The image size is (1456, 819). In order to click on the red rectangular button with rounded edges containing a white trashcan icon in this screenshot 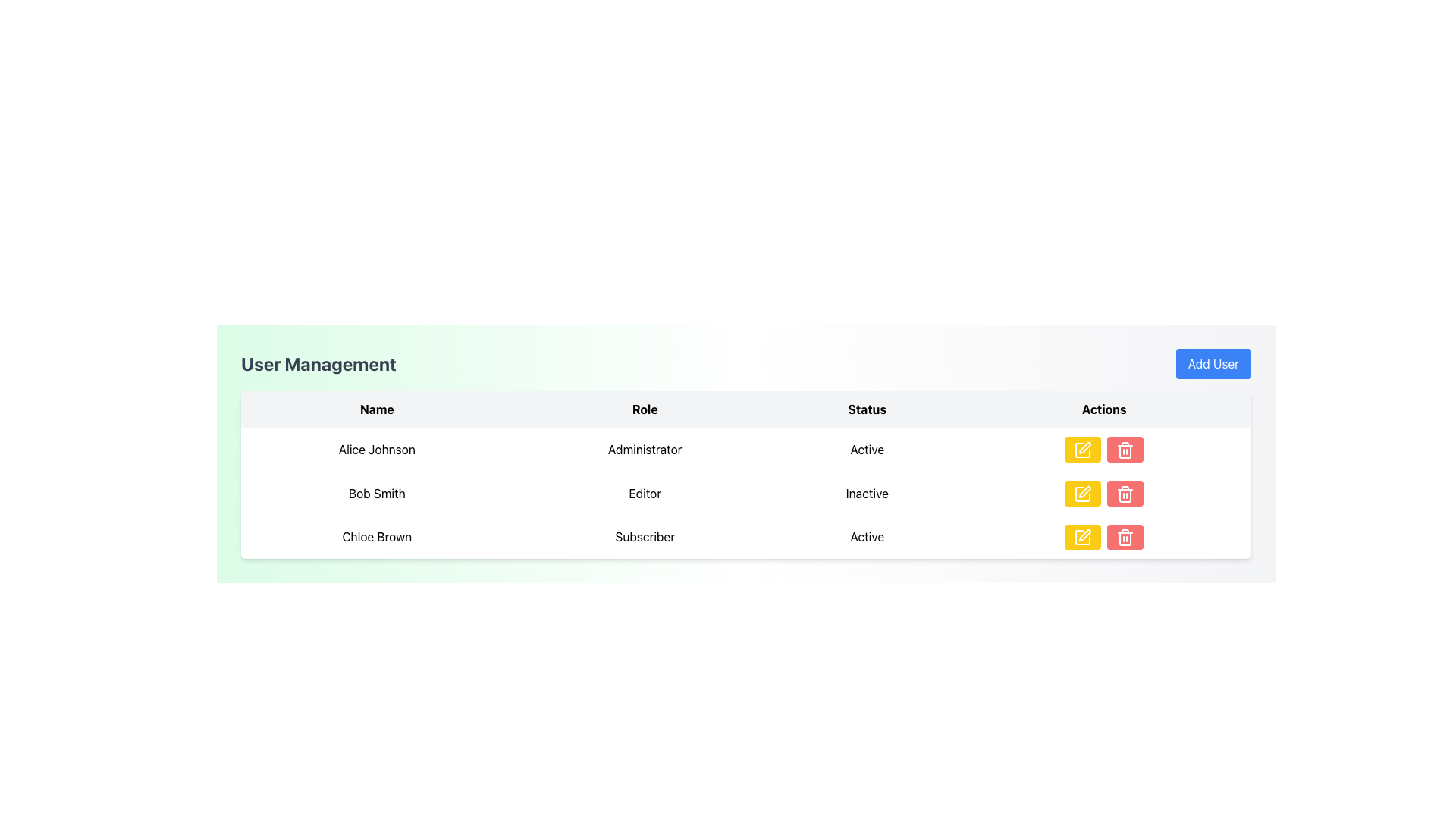, I will do `click(1125, 493)`.